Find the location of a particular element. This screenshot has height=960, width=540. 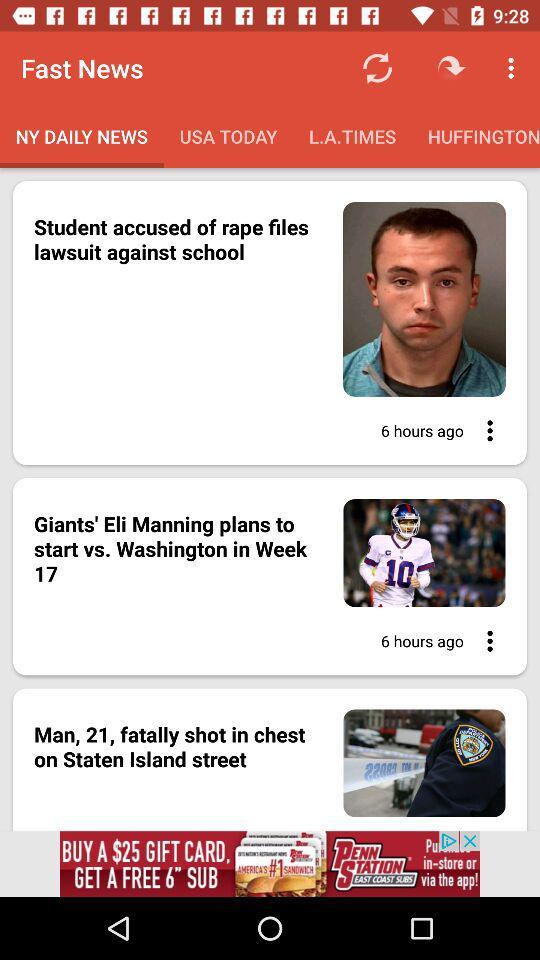

menu icon is located at coordinates (483, 430).